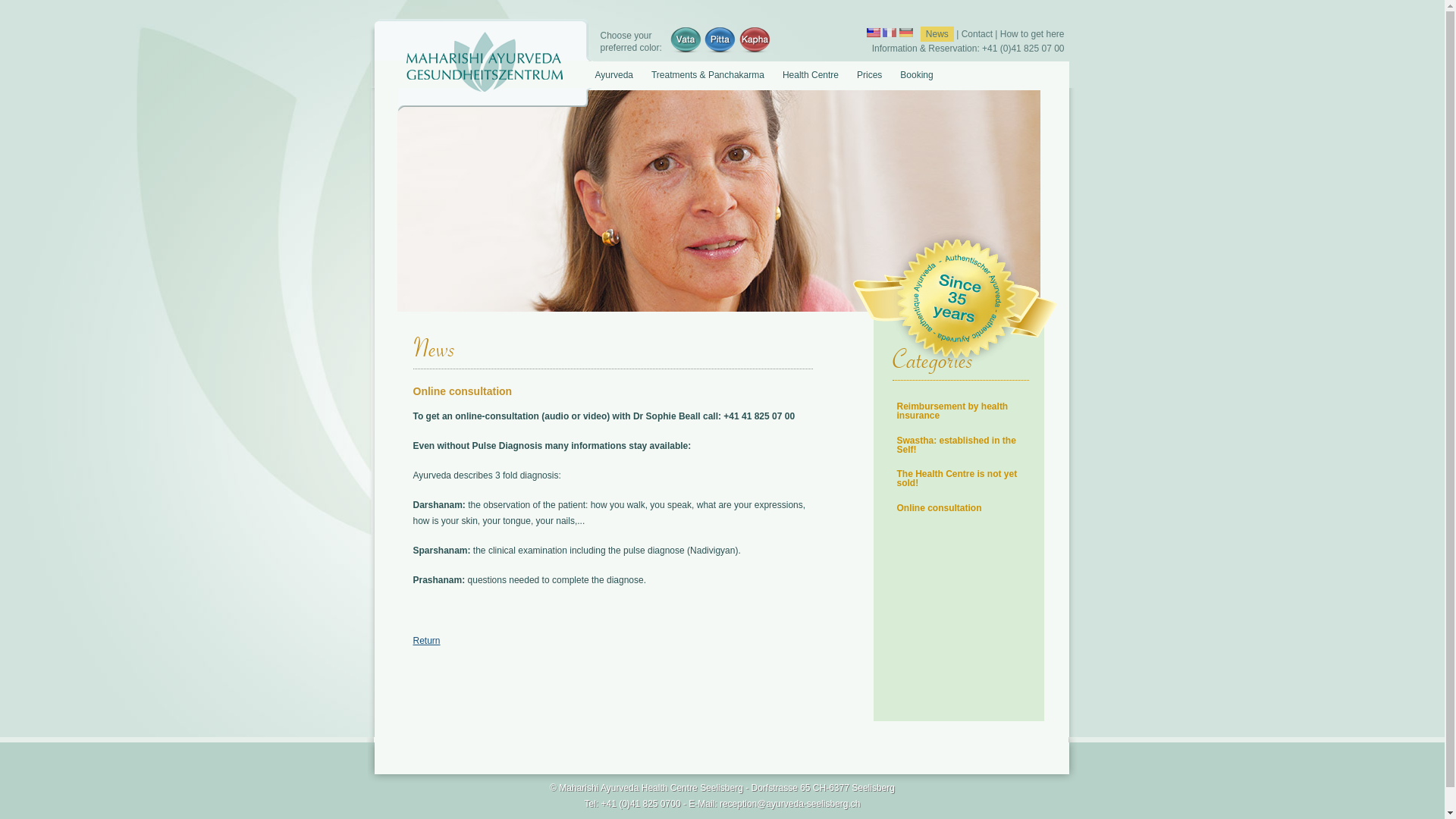 The image size is (1456, 819). What do you see at coordinates (869, 74) in the screenshot?
I see `'Prices'` at bounding box center [869, 74].